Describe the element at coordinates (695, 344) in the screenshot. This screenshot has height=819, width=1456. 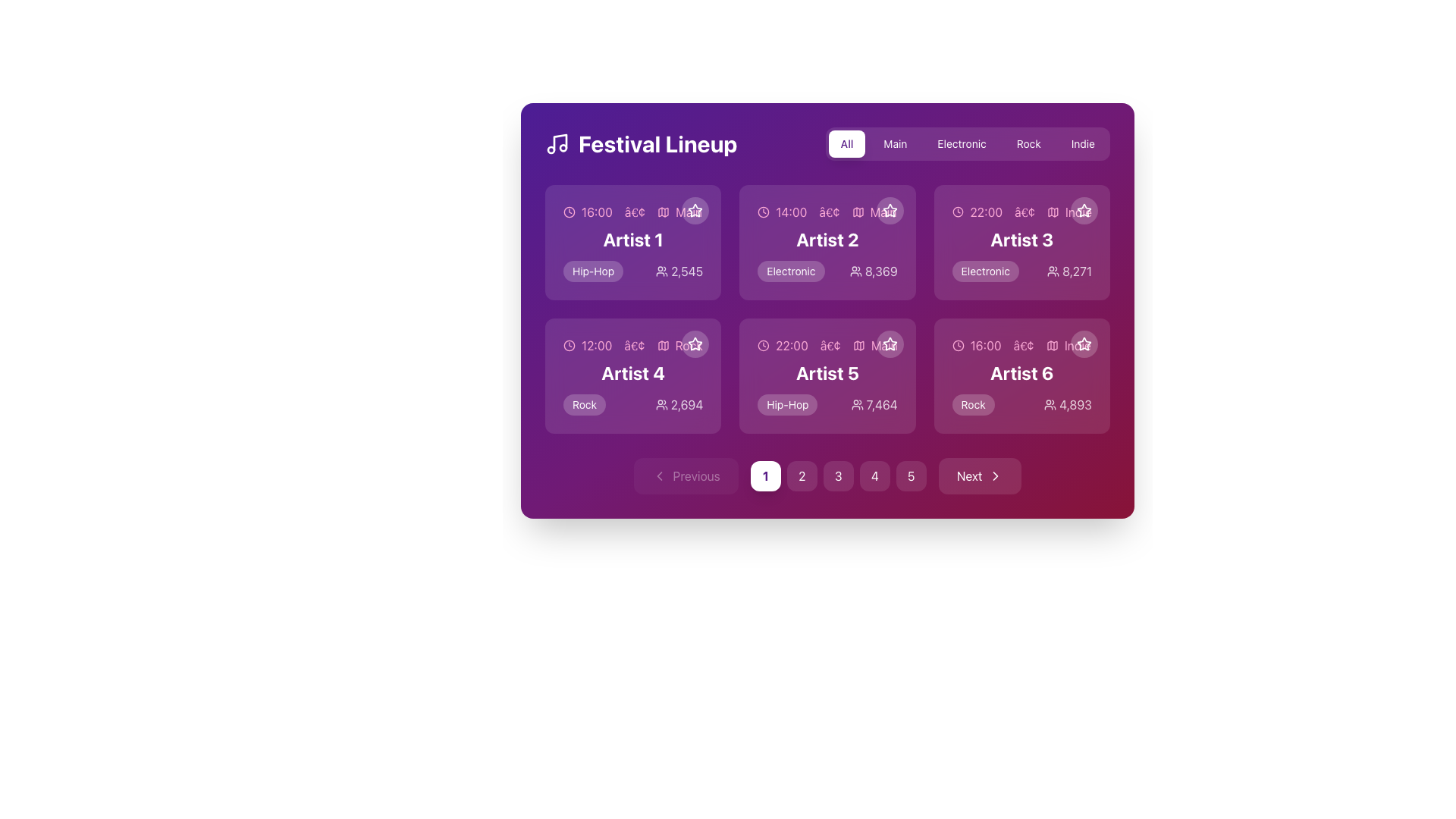
I see `the star icon` at that location.